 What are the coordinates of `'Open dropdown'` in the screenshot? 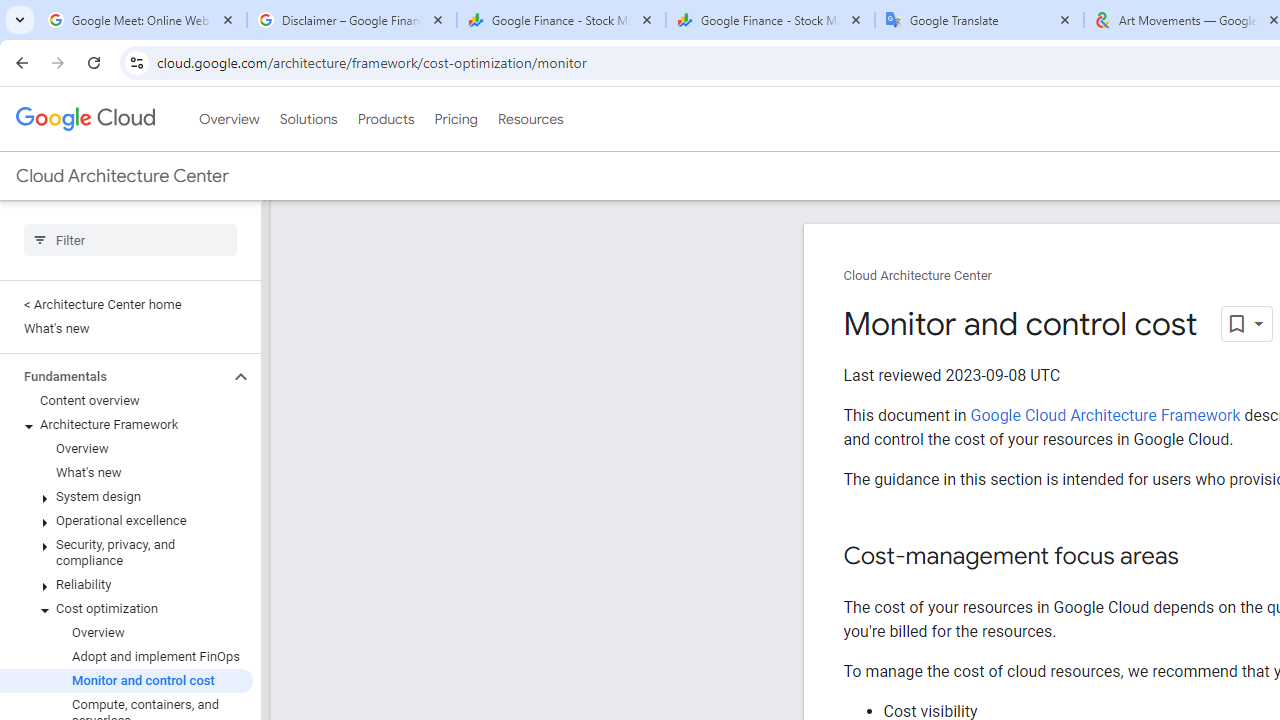 It's located at (1245, 323).